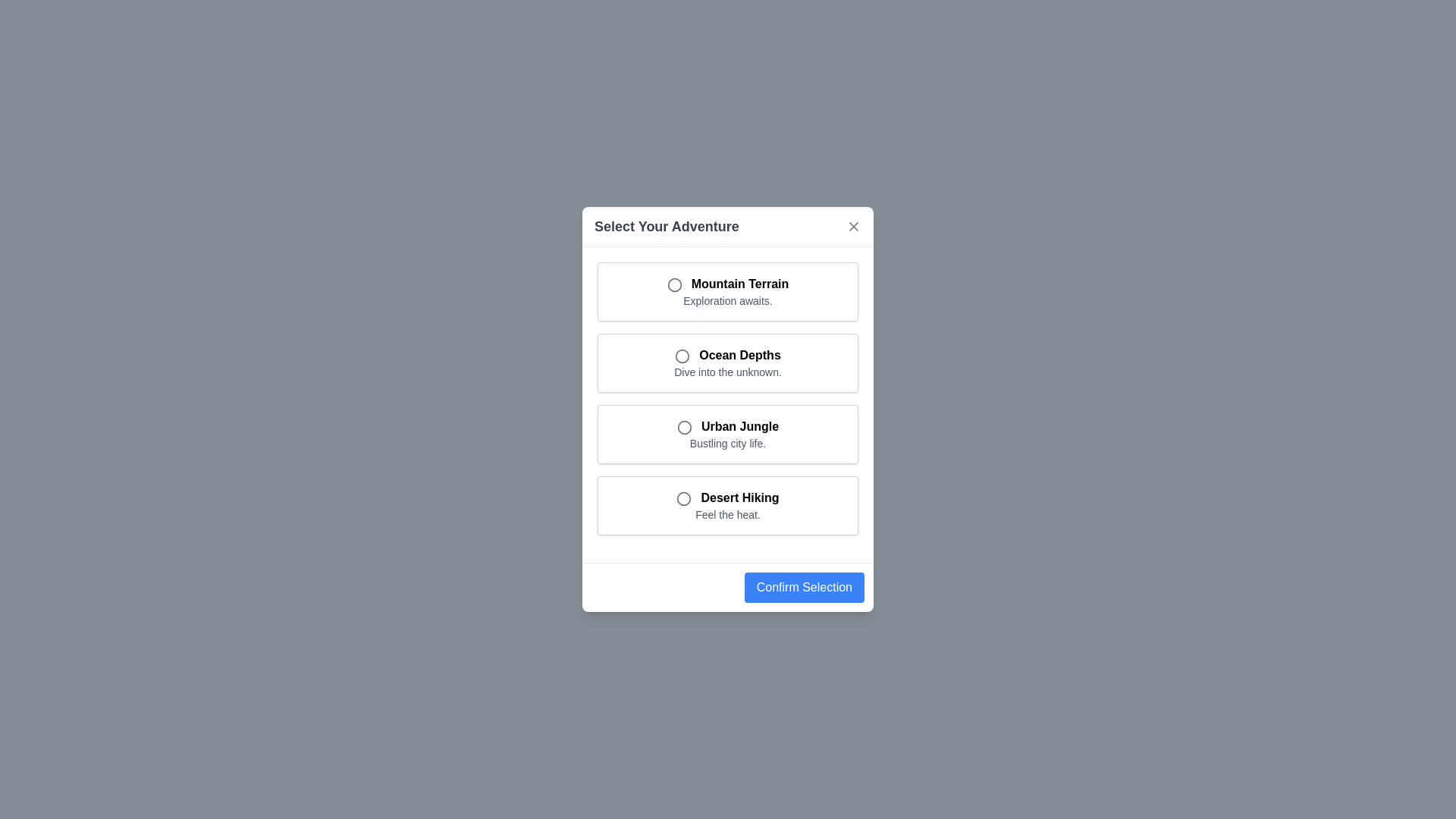  Describe the element at coordinates (728, 435) in the screenshot. I see `the adventure option Urban Jungle` at that location.